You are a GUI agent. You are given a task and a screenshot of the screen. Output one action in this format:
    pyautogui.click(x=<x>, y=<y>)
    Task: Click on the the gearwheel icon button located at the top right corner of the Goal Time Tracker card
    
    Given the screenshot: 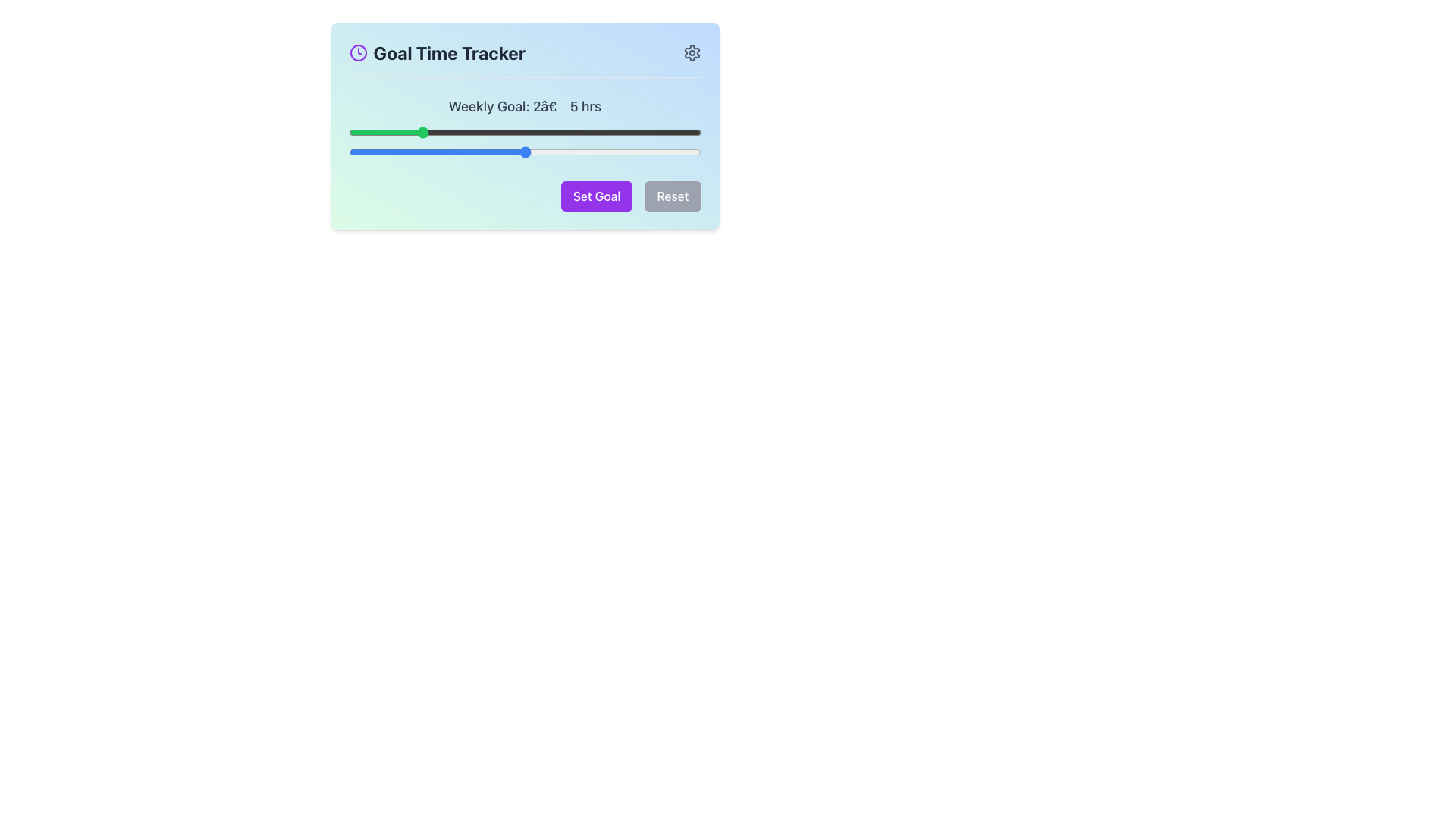 What is the action you would take?
    pyautogui.click(x=691, y=52)
    